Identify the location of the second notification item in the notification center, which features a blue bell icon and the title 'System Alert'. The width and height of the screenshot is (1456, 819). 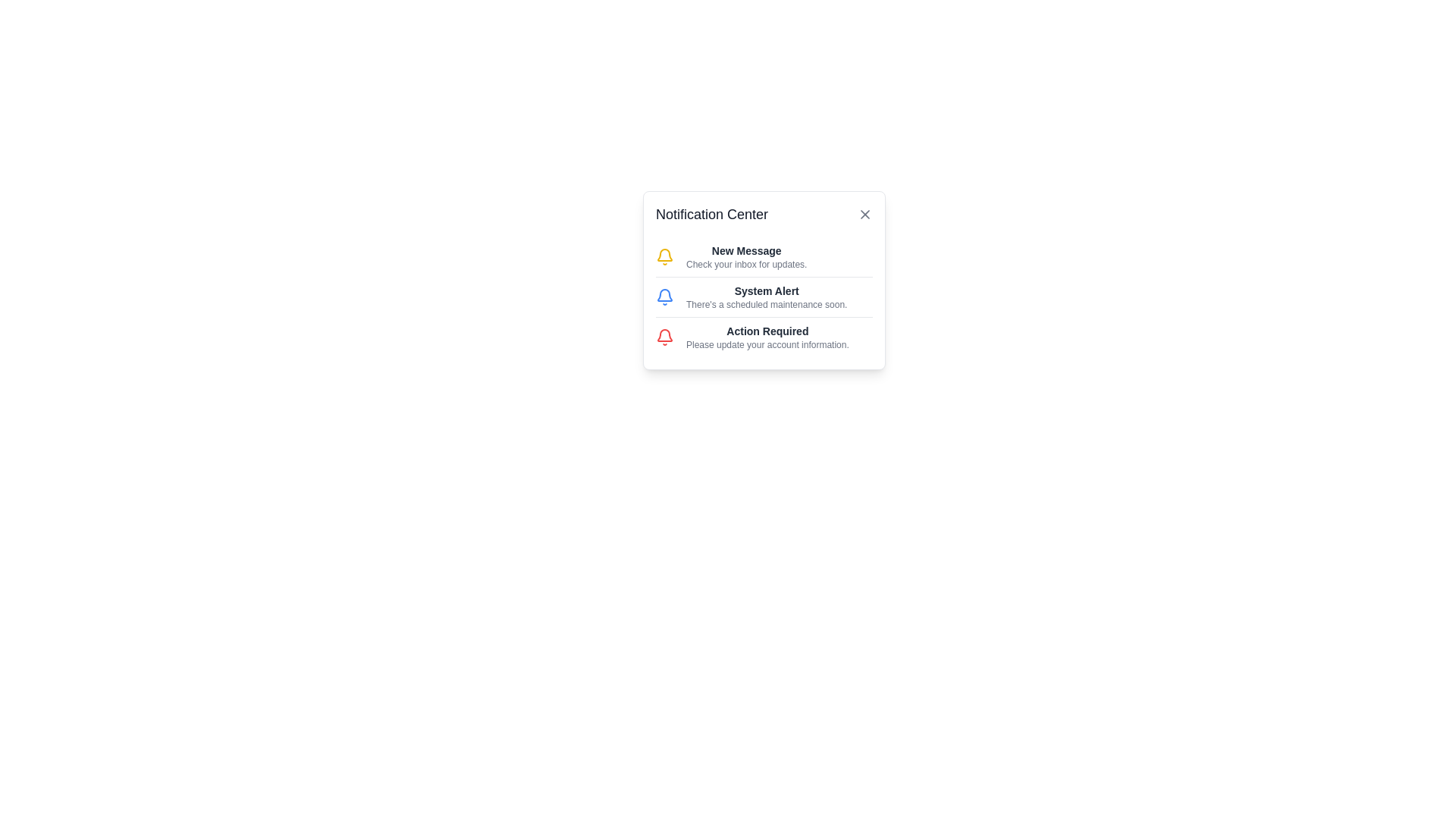
(764, 297).